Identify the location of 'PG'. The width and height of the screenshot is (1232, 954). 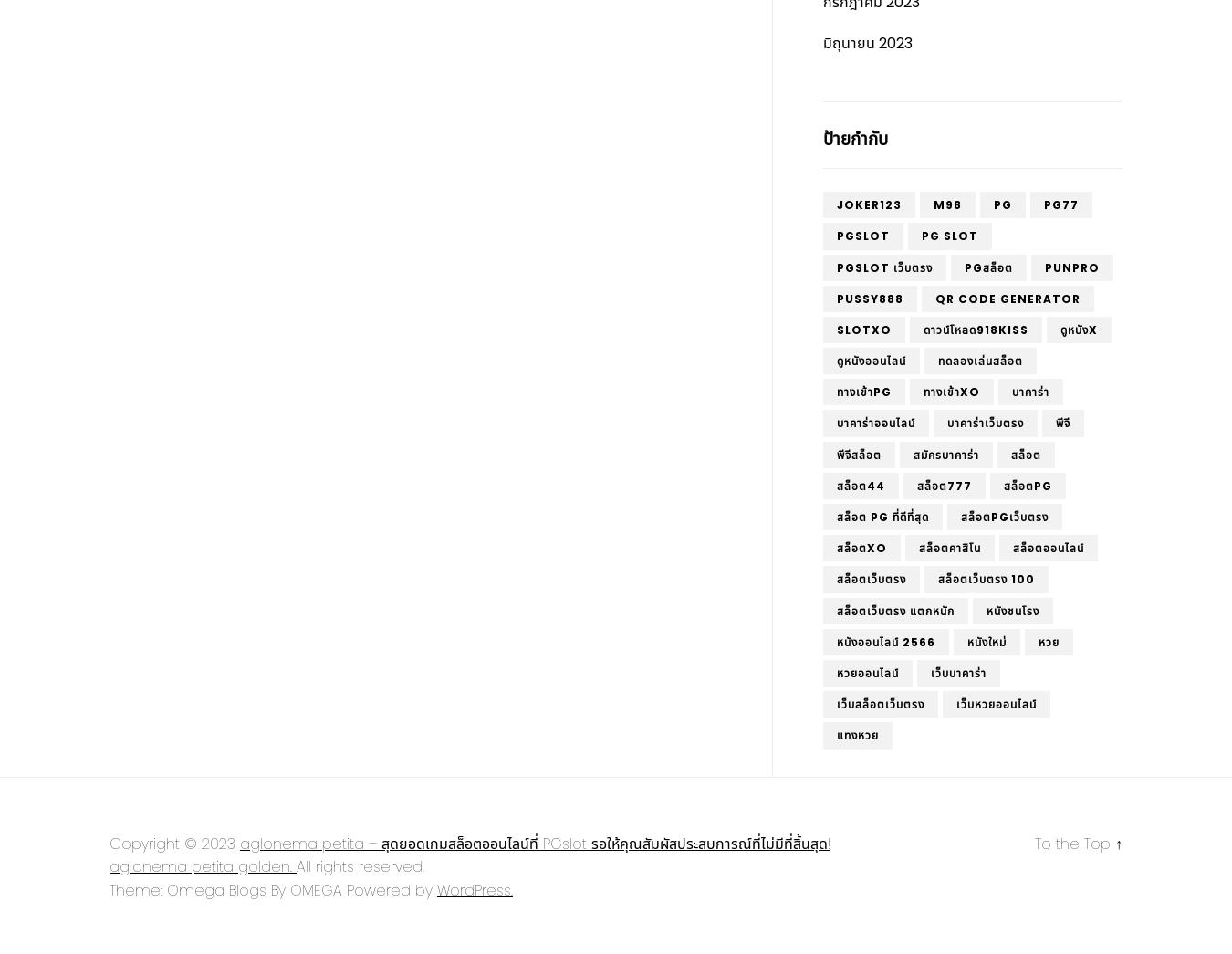
(994, 204).